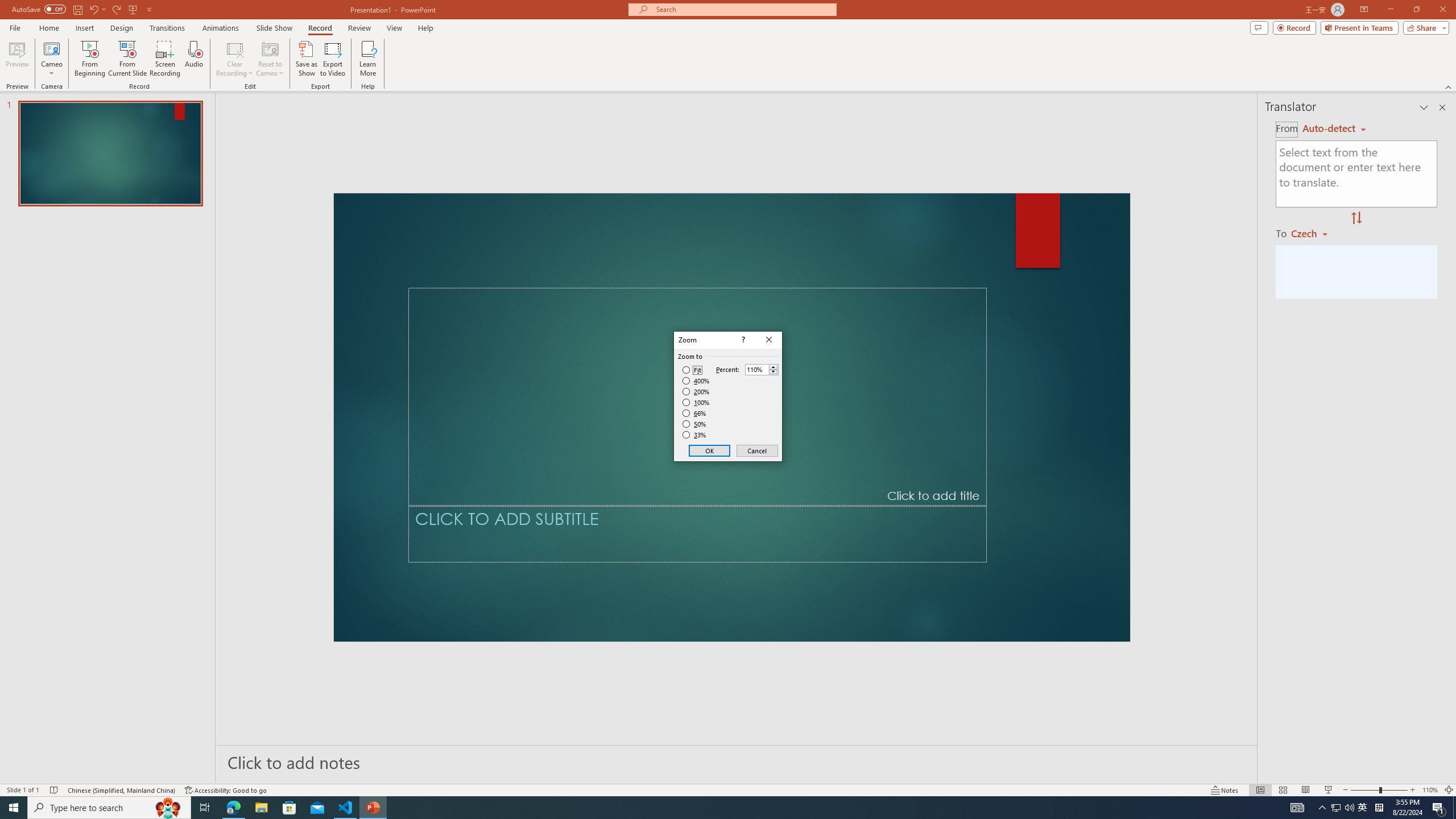  What do you see at coordinates (234, 59) in the screenshot?
I see `'Clear Recording'` at bounding box center [234, 59].